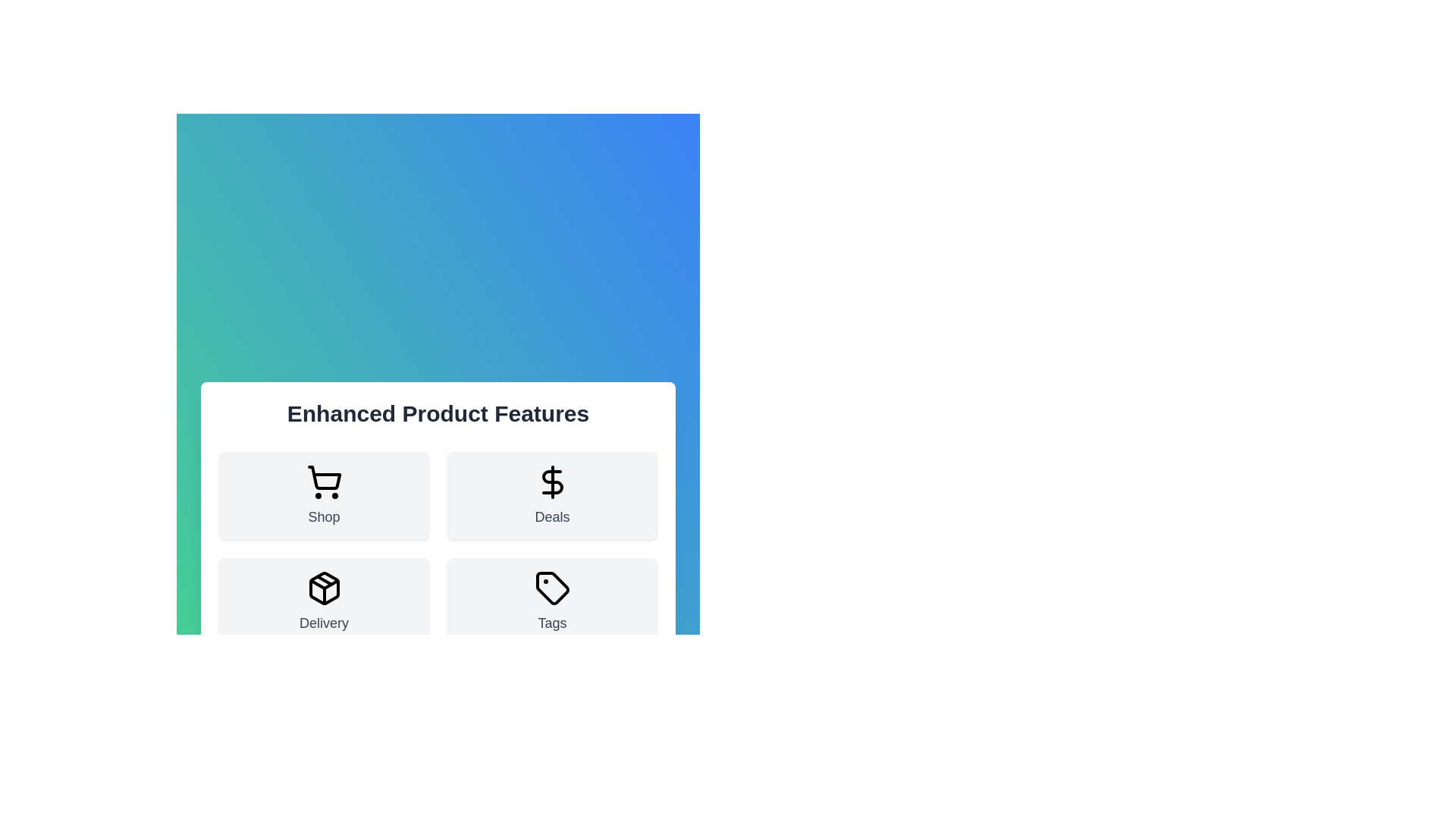 The width and height of the screenshot is (1456, 819). Describe the element at coordinates (323, 587) in the screenshot. I see `the three-dimensional cube icon located within the white button labeled 'Delivery' in the 'Enhanced Product Features' section` at that location.